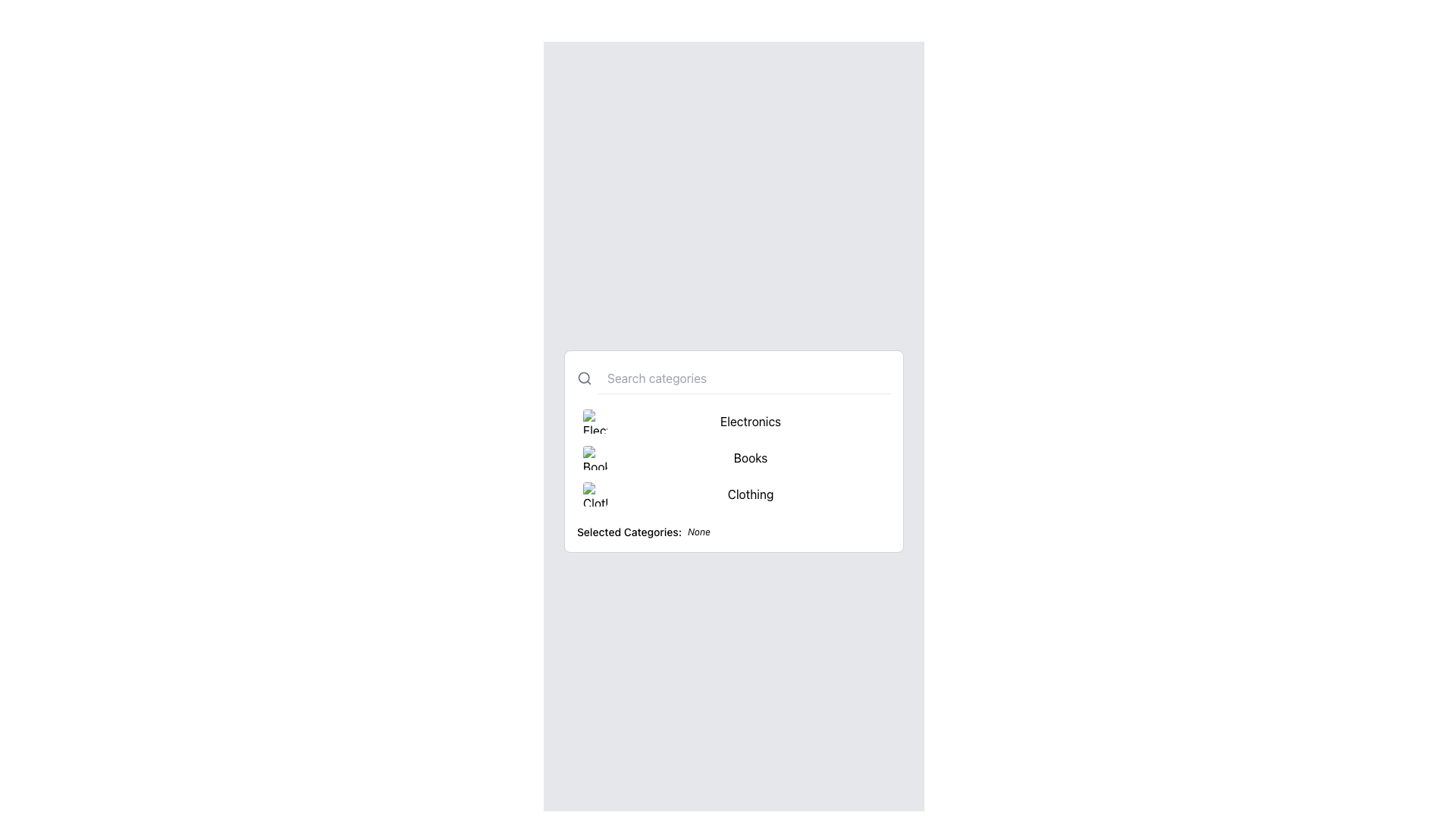 The image size is (1456, 819). I want to click on the 'Electronics' category icon, which is positioned to the immediate left of the text 'Electronics' in the vertical menu, so click(595, 421).